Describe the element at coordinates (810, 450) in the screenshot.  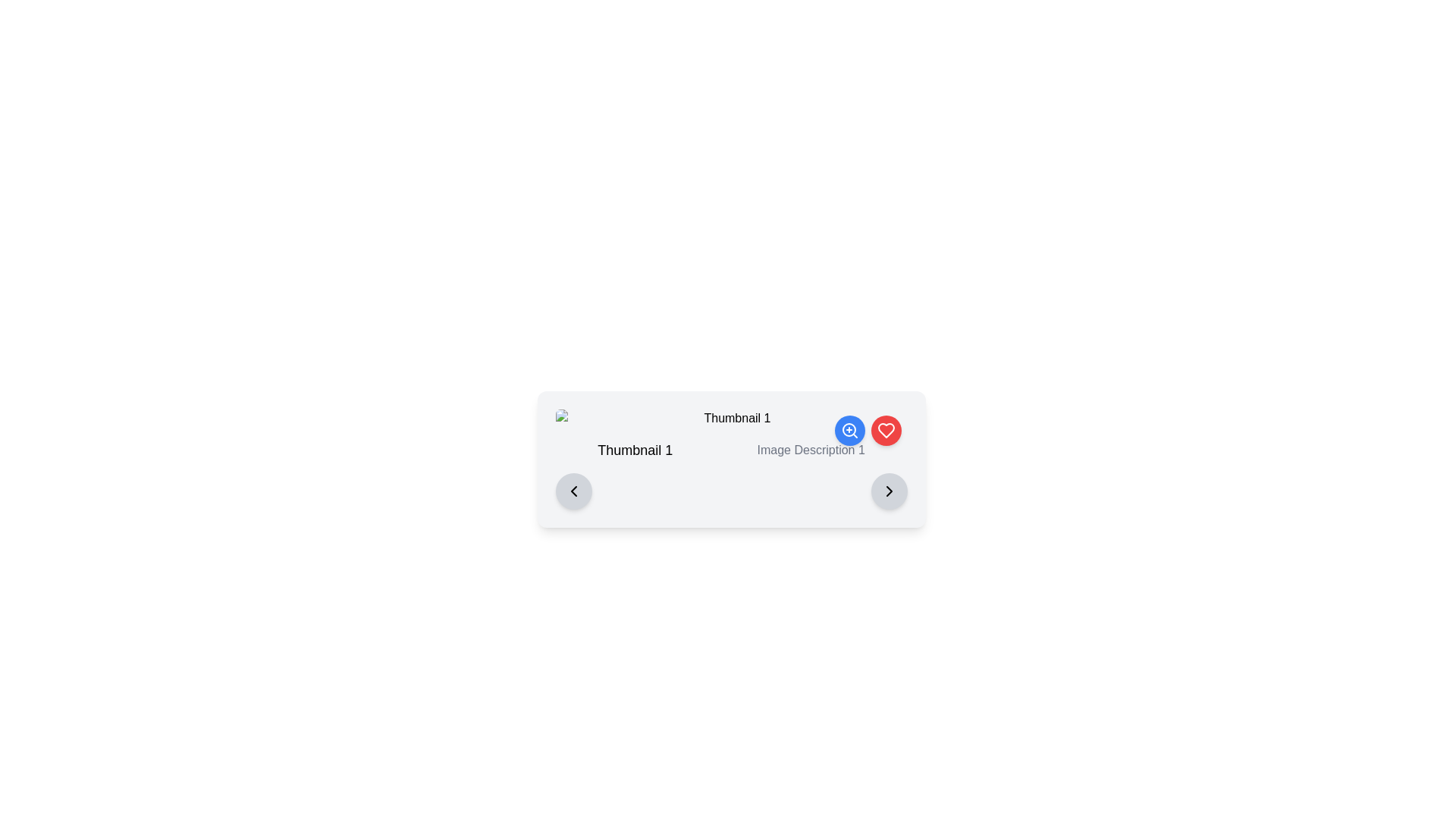
I see `the text label reading 'Image Description 1' if it has an interactive function, located in the lower right quadrant next to 'Thumbnail 1'` at that location.